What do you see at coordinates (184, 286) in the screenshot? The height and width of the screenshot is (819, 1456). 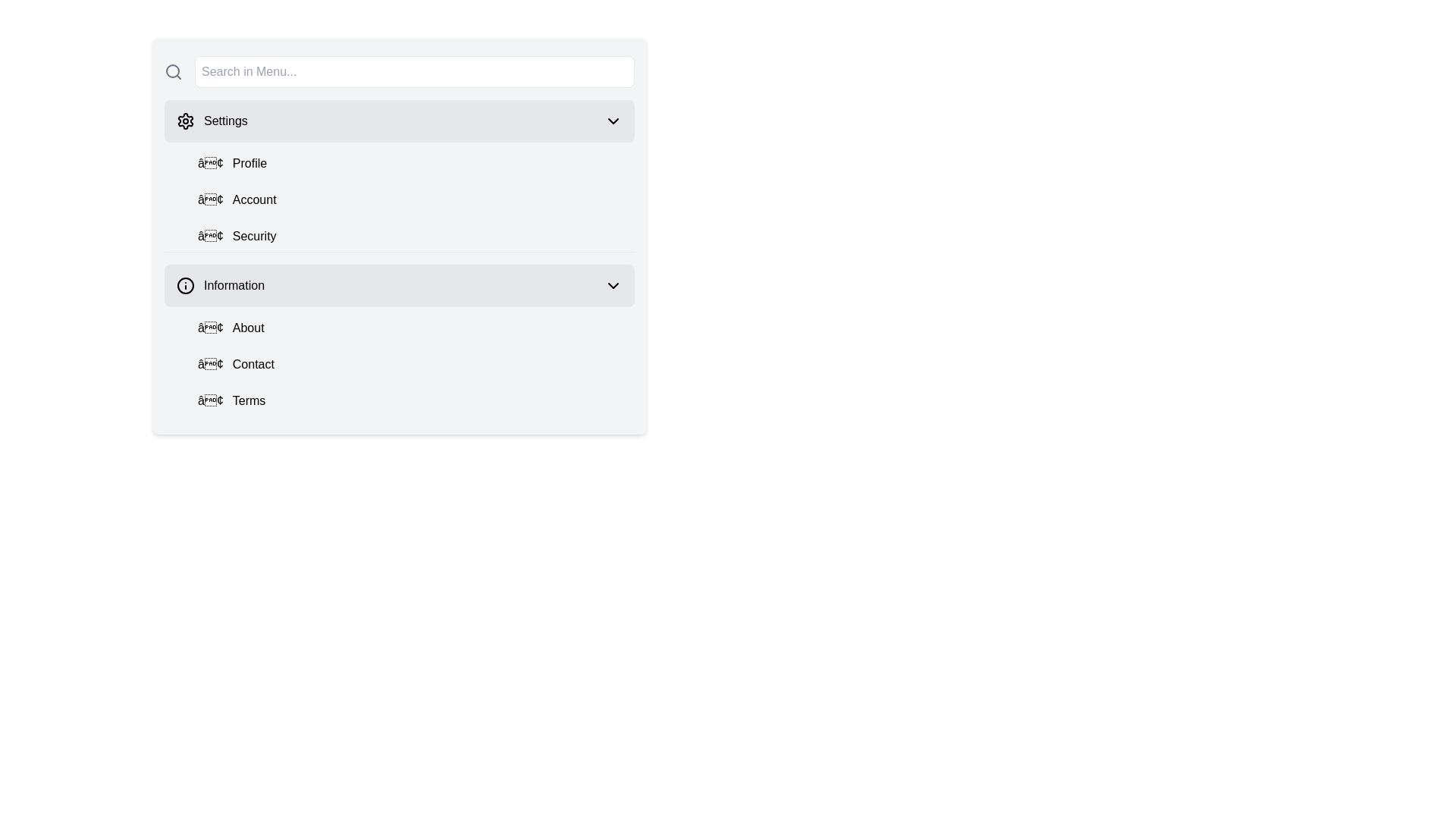 I see `the information icon (SVG graphic) located to the left of the 'Information' list item in the sidebar menu` at bounding box center [184, 286].